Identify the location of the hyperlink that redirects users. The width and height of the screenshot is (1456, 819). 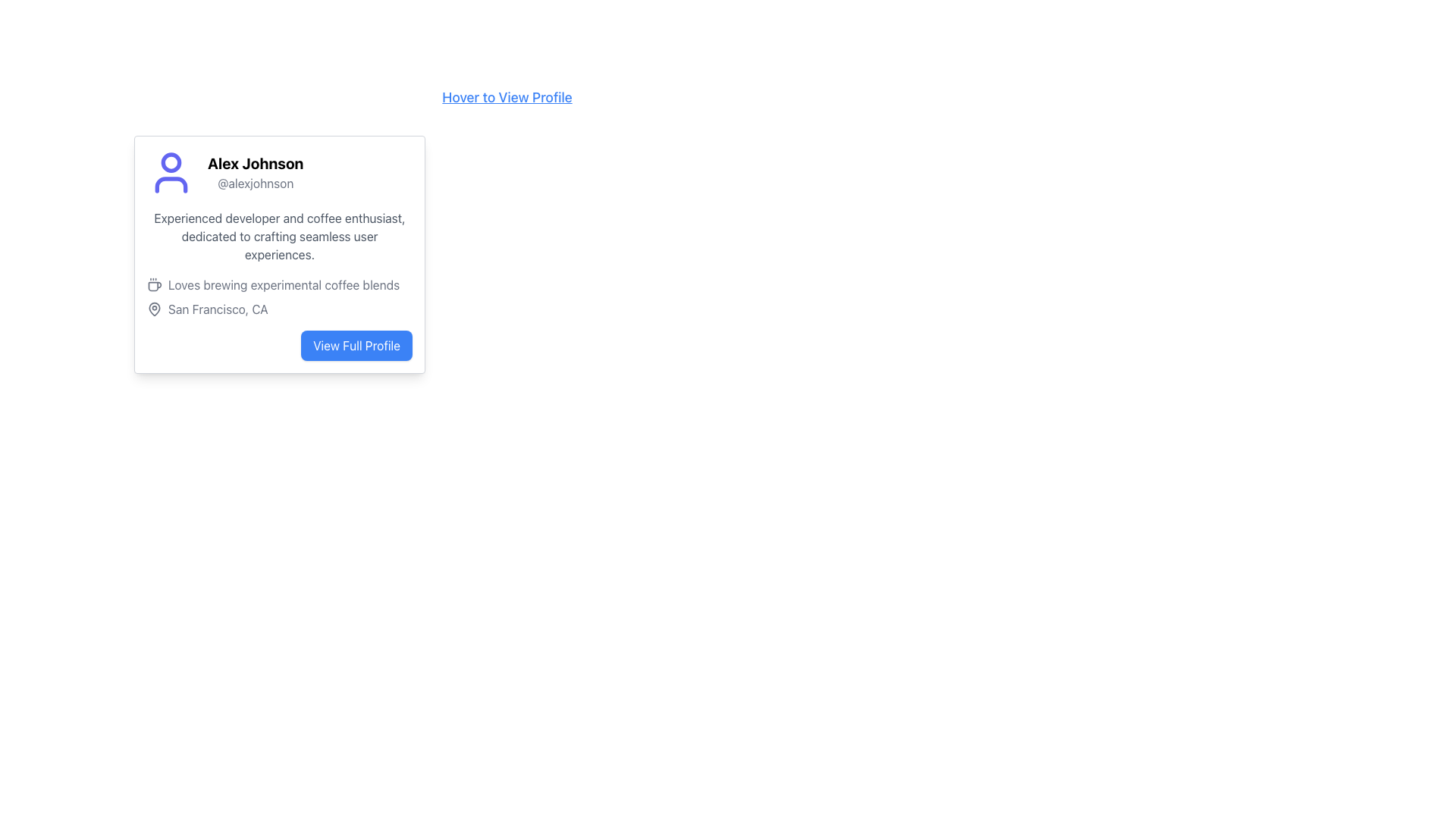
(507, 97).